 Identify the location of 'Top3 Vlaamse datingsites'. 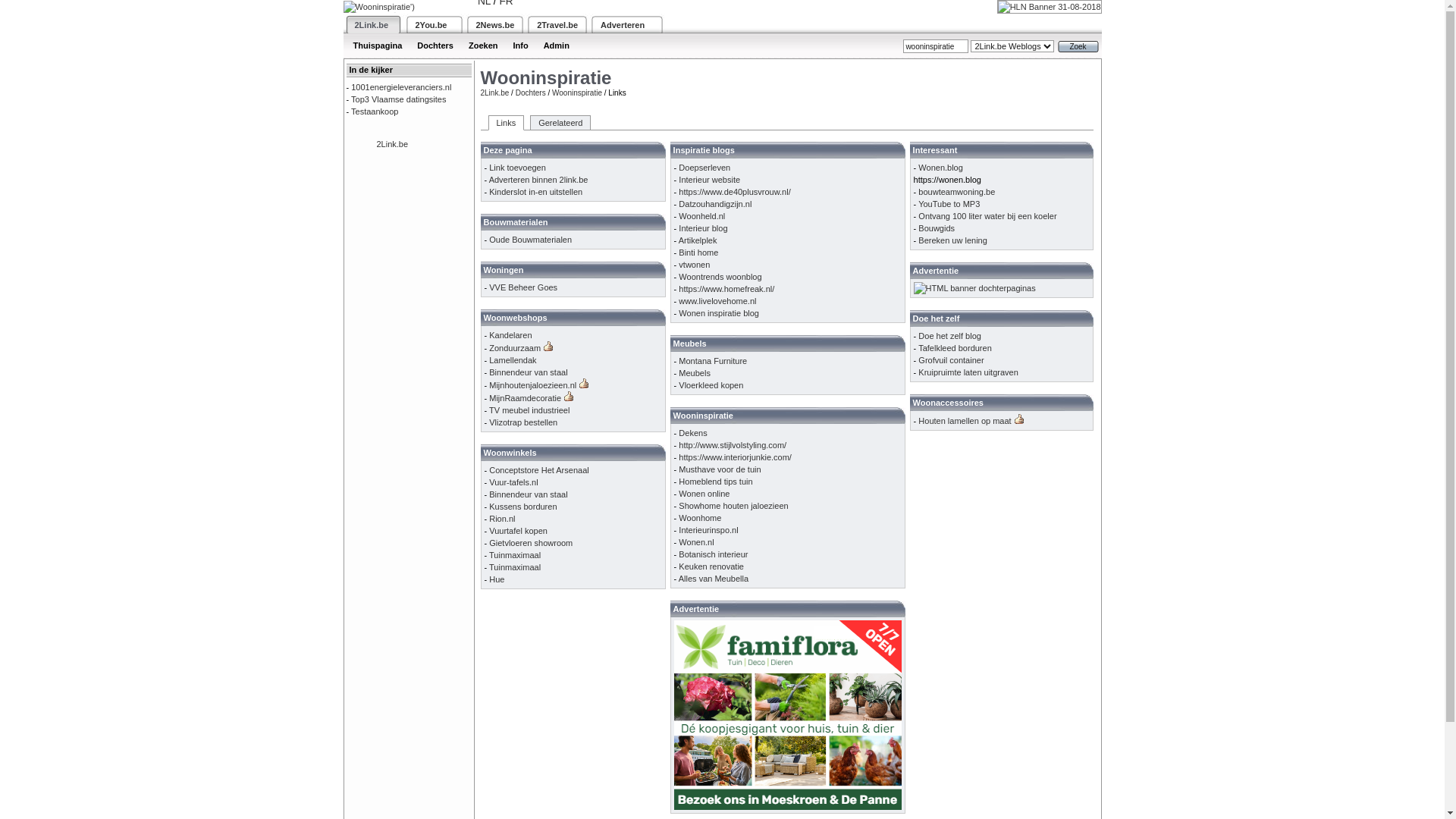
(398, 99).